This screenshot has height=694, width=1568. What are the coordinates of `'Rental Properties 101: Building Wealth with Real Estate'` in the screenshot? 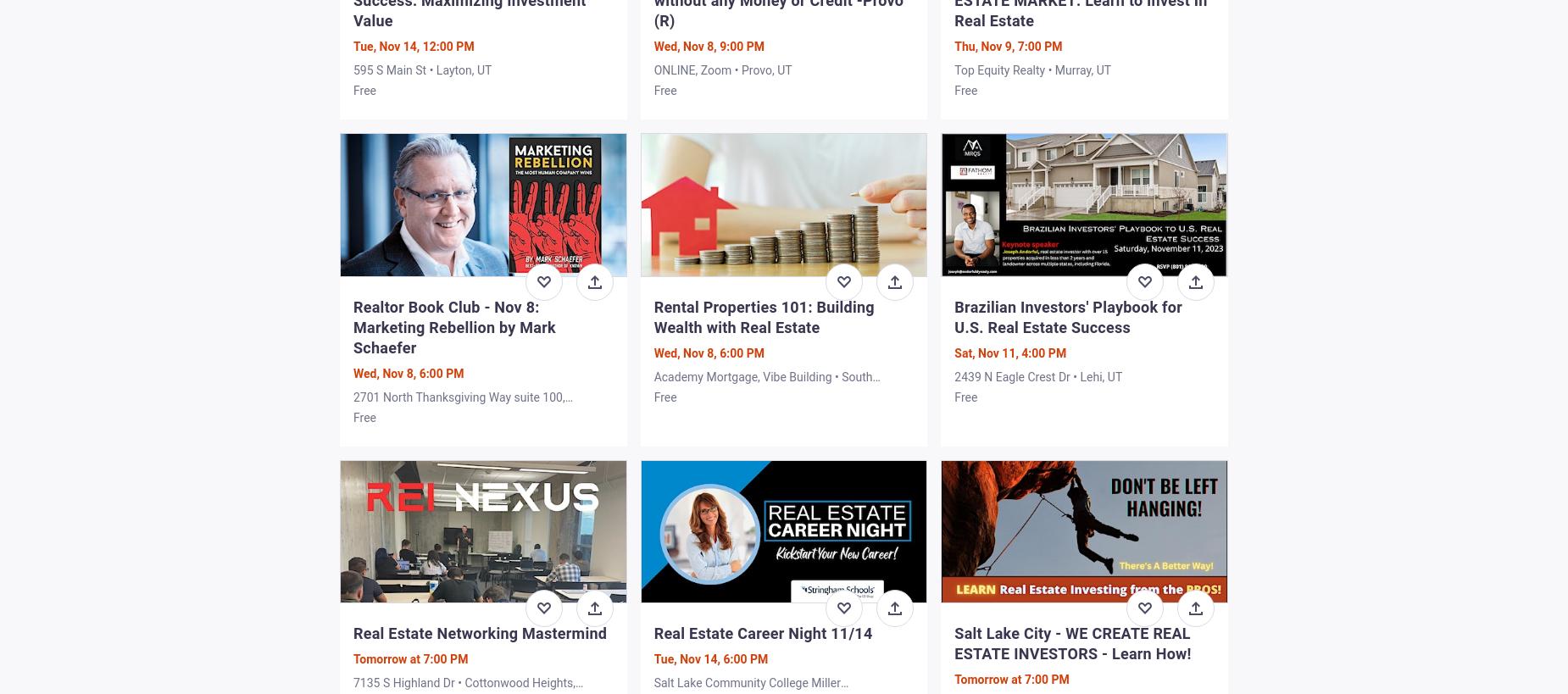 It's located at (763, 315).